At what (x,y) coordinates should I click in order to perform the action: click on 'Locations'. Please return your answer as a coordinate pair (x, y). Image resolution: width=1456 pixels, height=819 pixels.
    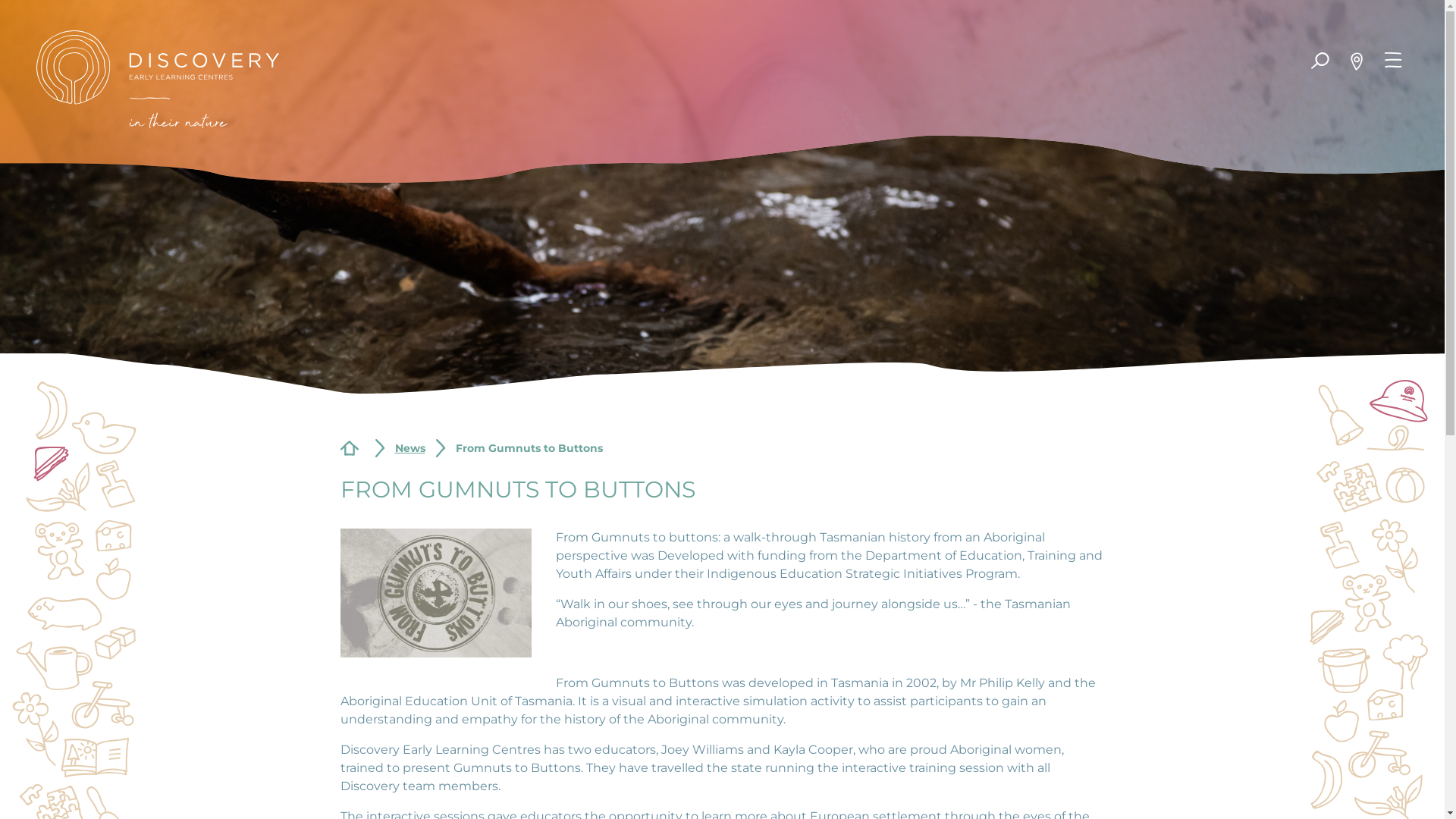
    Looking at the image, I should click on (1357, 61).